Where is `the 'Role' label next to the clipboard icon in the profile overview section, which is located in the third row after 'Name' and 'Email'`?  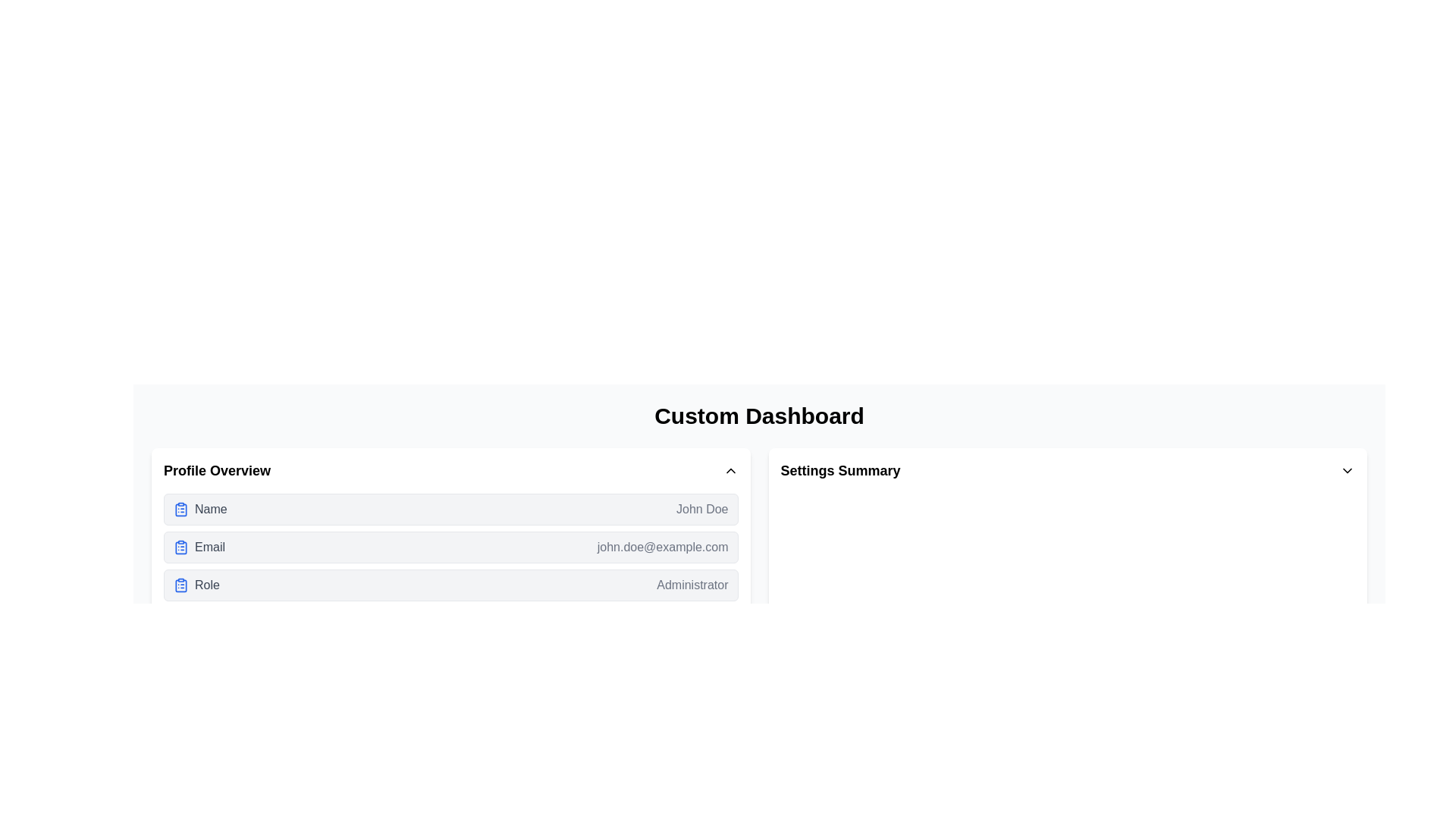
the 'Role' label next to the clipboard icon in the profile overview section, which is located in the third row after 'Name' and 'Email' is located at coordinates (196, 584).